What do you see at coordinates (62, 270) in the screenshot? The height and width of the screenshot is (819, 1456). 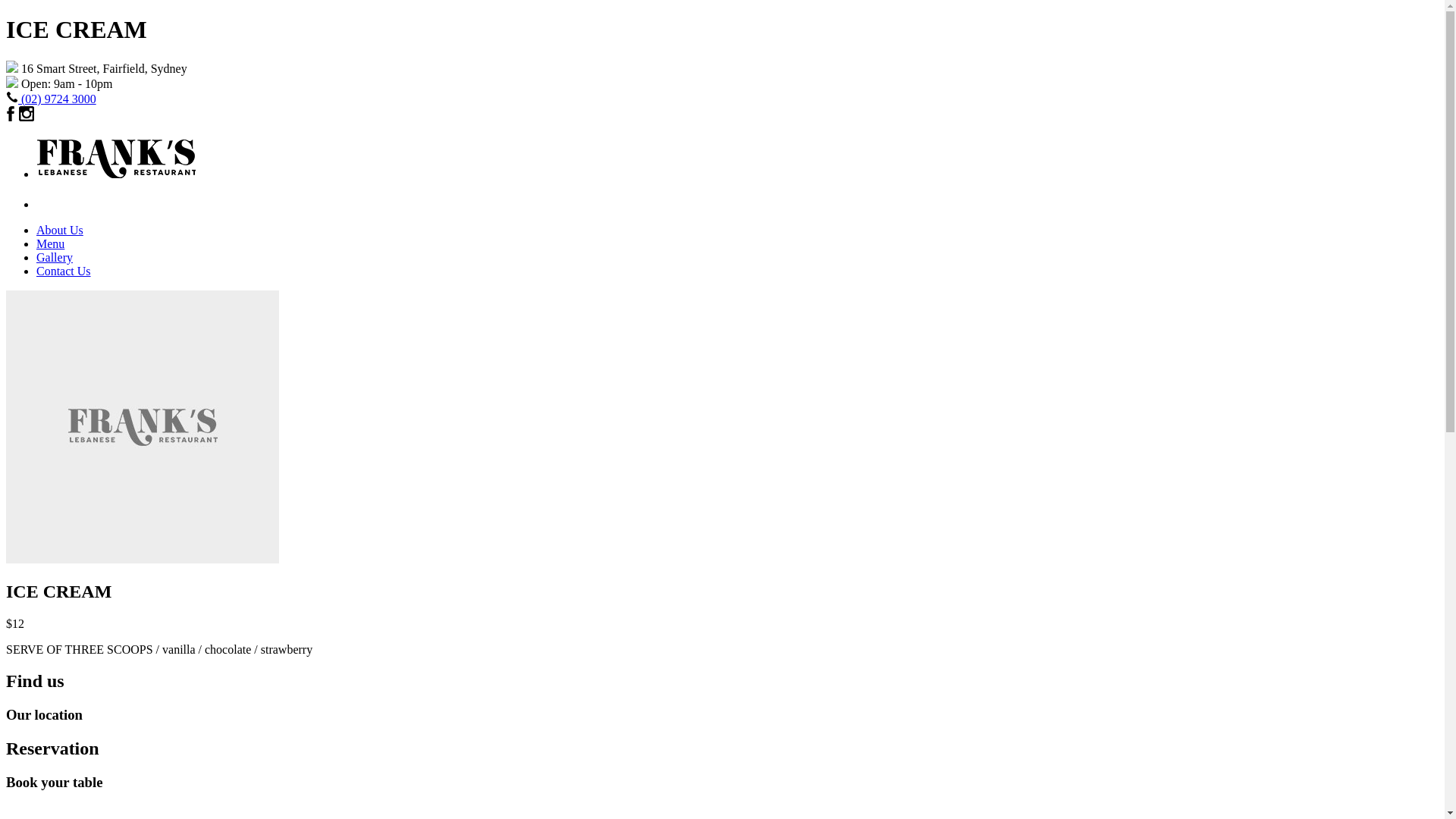 I see `'Contact Us'` at bounding box center [62, 270].